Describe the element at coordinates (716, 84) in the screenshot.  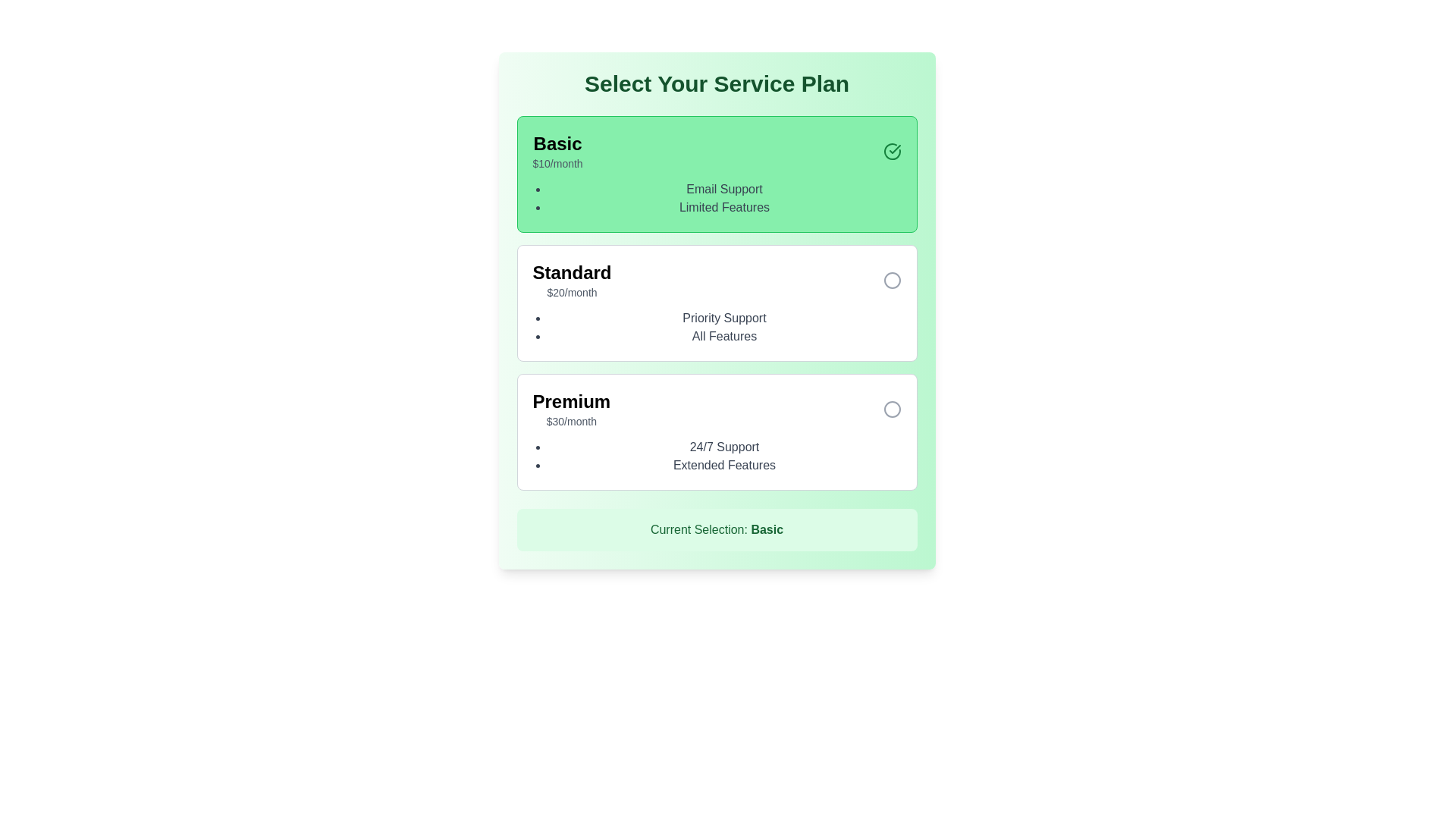
I see `the heading that indicates the service plan selection panel, positioned at the top of the panel above all service plan options` at that location.